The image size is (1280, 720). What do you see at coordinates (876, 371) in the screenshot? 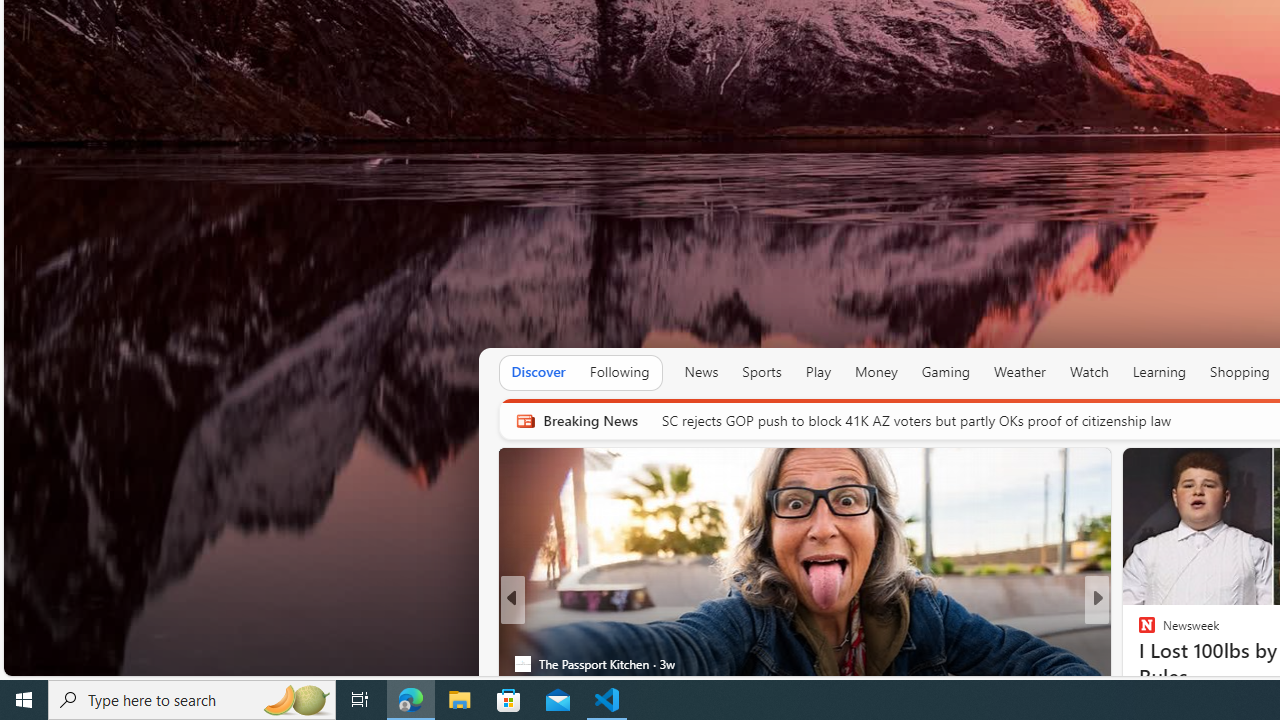
I see `'Money'` at bounding box center [876, 371].